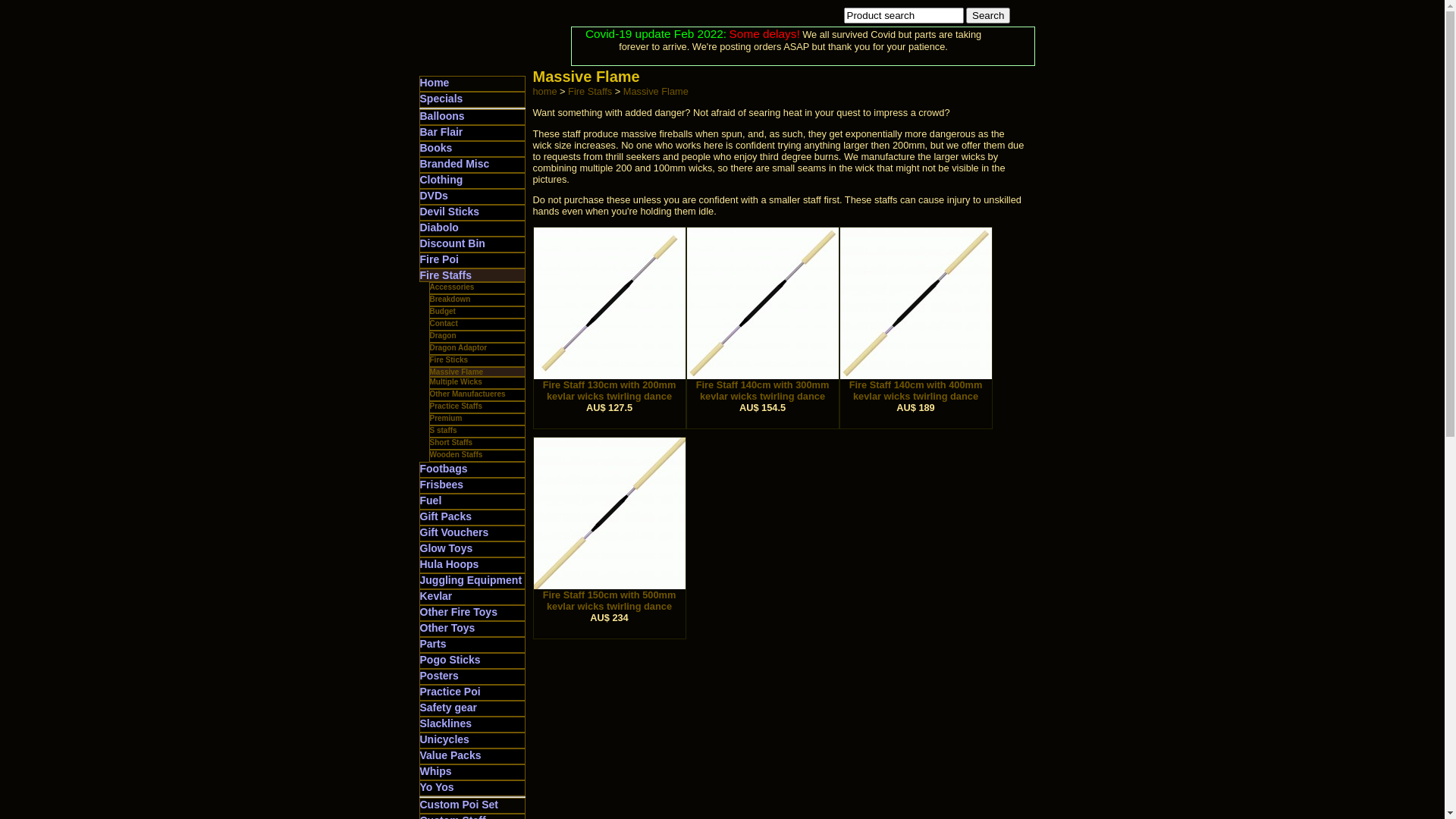  Describe the element at coordinates (466, 393) in the screenshot. I see `'Other Manufactueres'` at that location.